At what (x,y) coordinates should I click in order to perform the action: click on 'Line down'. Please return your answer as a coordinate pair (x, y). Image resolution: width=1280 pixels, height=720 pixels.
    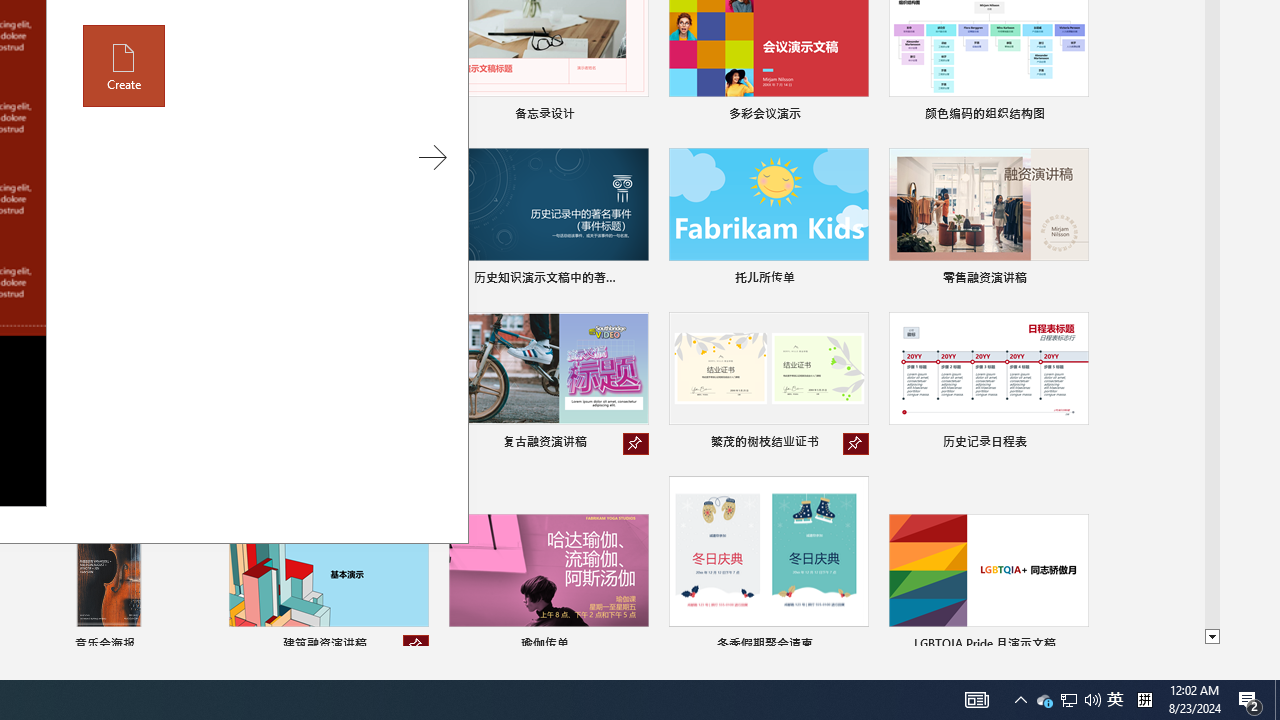
    Looking at the image, I should click on (1211, 637).